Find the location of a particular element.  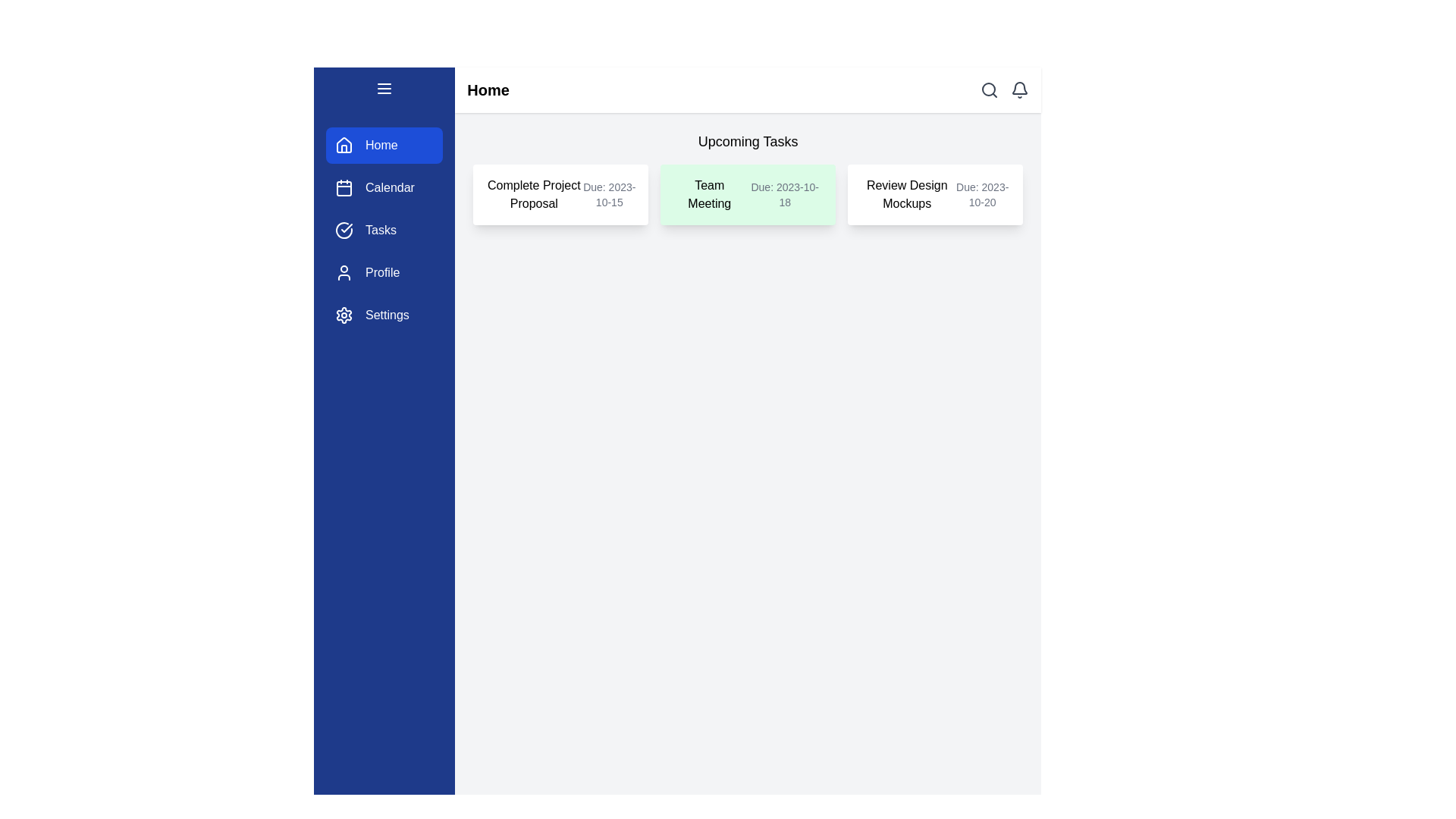

the task indicator icon located to the far left of the 'Tasks' button in the navigation menu is located at coordinates (344, 231).